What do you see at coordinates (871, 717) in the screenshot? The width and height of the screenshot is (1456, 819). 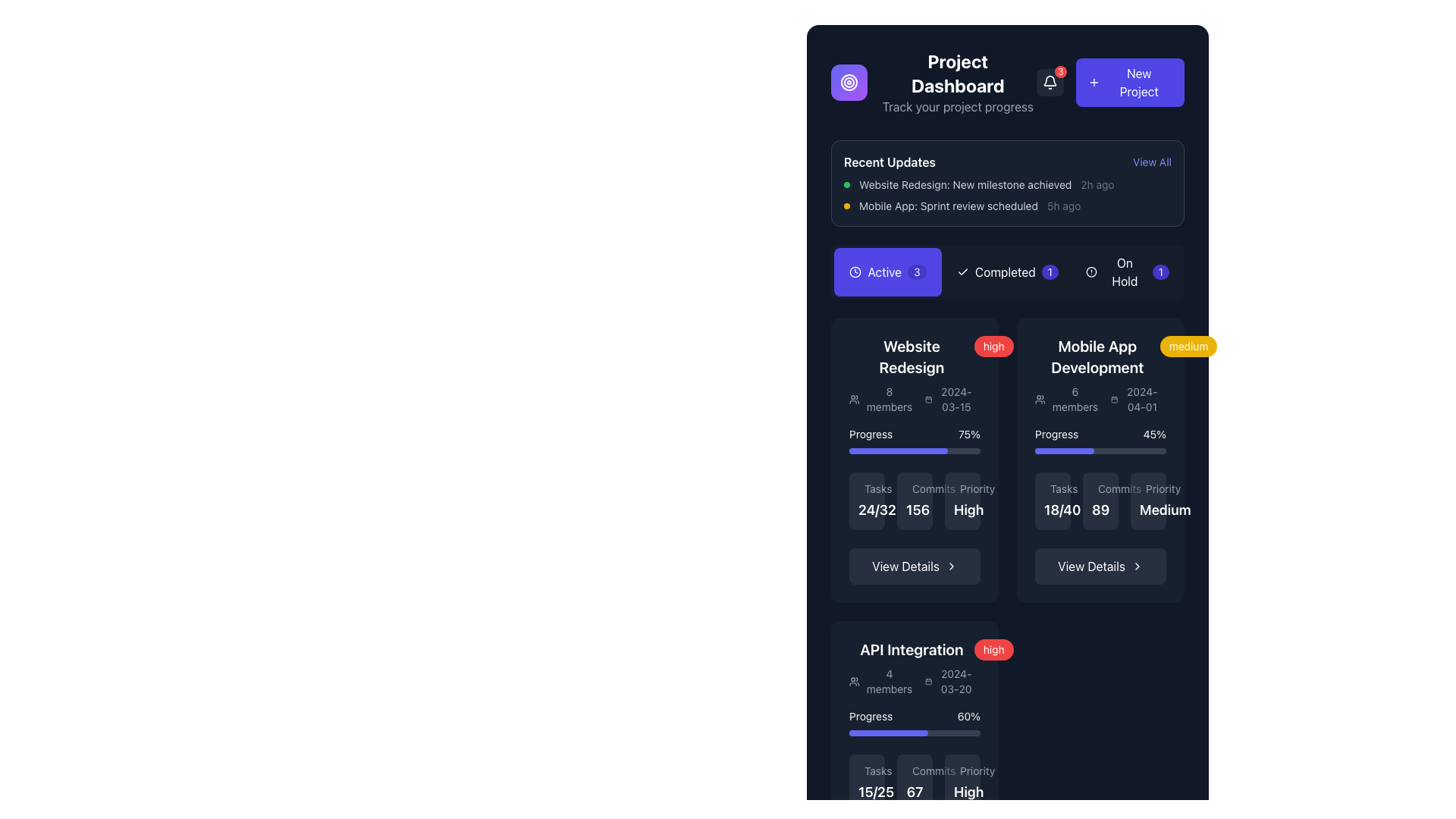 I see `the 'Progress' text label, which is displayed in white text on a dark background and positioned above the progress bar in the API Integration section` at bounding box center [871, 717].